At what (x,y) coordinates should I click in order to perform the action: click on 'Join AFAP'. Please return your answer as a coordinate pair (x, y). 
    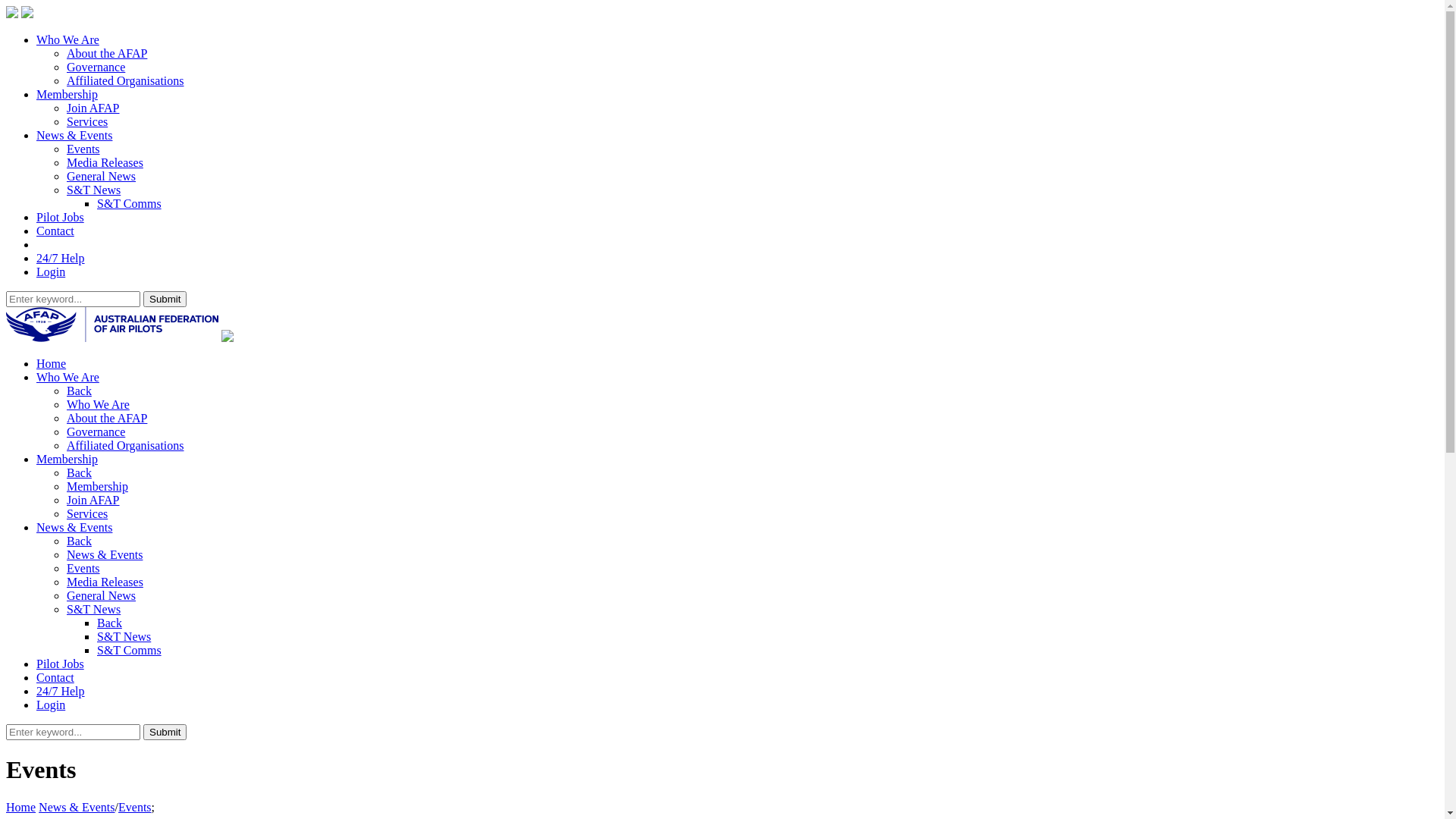
    Looking at the image, I should click on (65, 500).